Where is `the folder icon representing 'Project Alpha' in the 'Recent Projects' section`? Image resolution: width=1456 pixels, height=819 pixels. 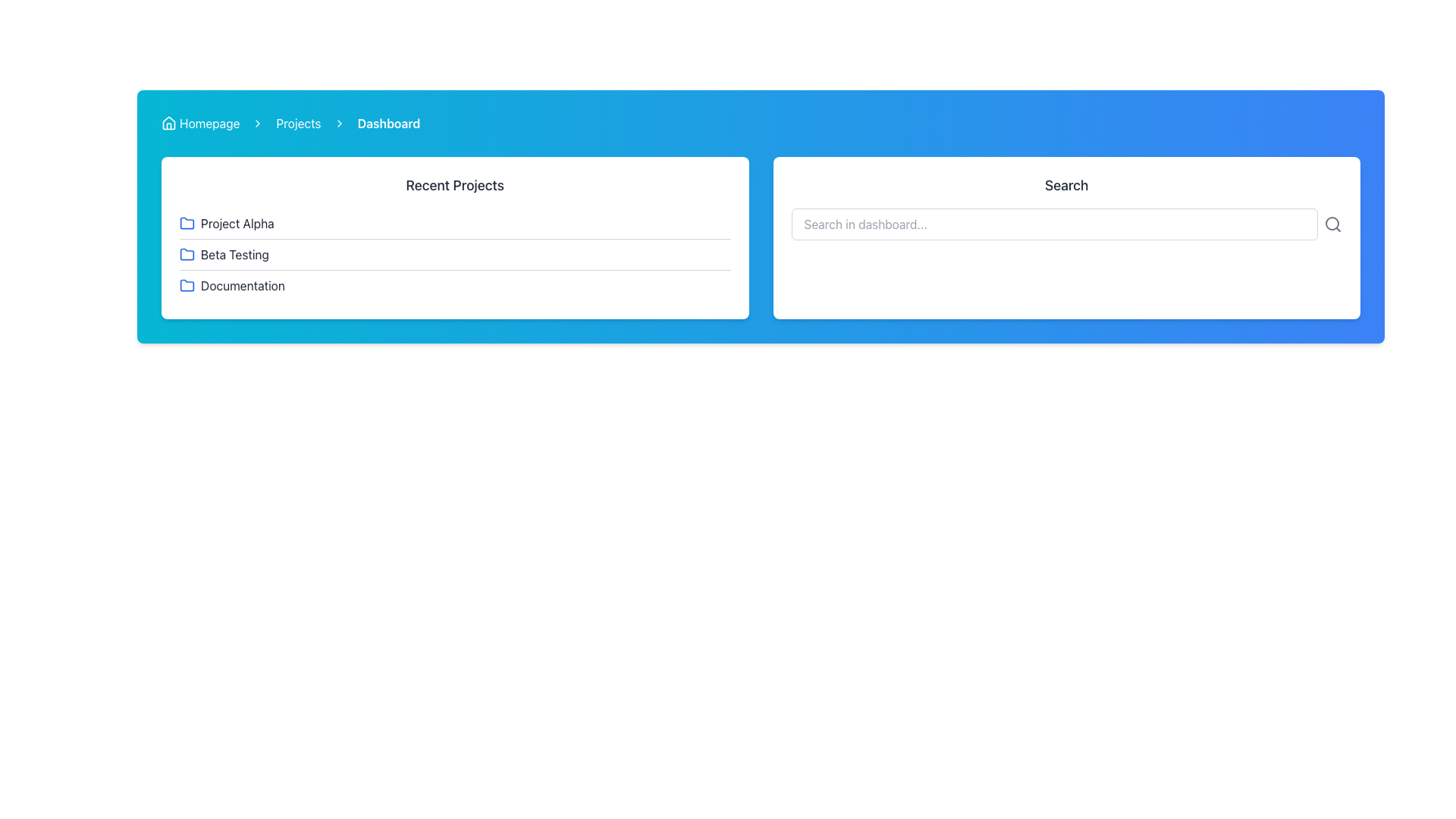 the folder icon representing 'Project Alpha' in the 'Recent Projects' section is located at coordinates (186, 222).